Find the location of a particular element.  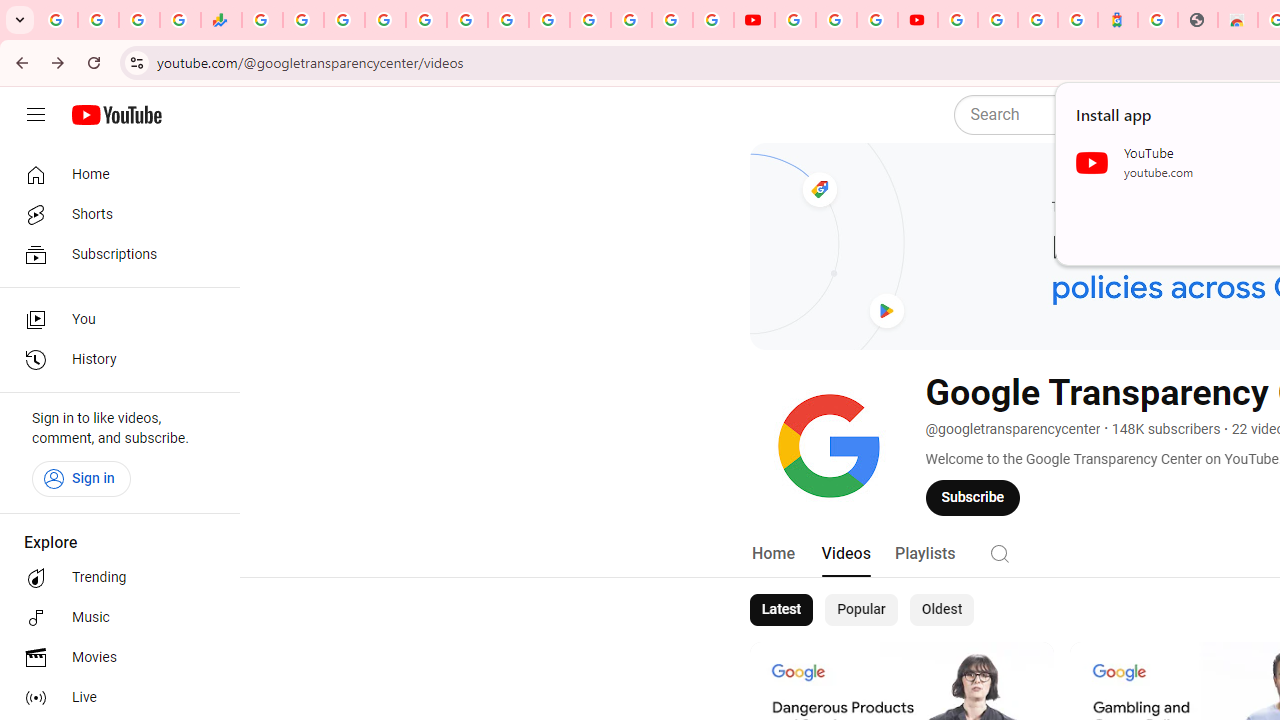

'Music' is located at coordinates (112, 617).